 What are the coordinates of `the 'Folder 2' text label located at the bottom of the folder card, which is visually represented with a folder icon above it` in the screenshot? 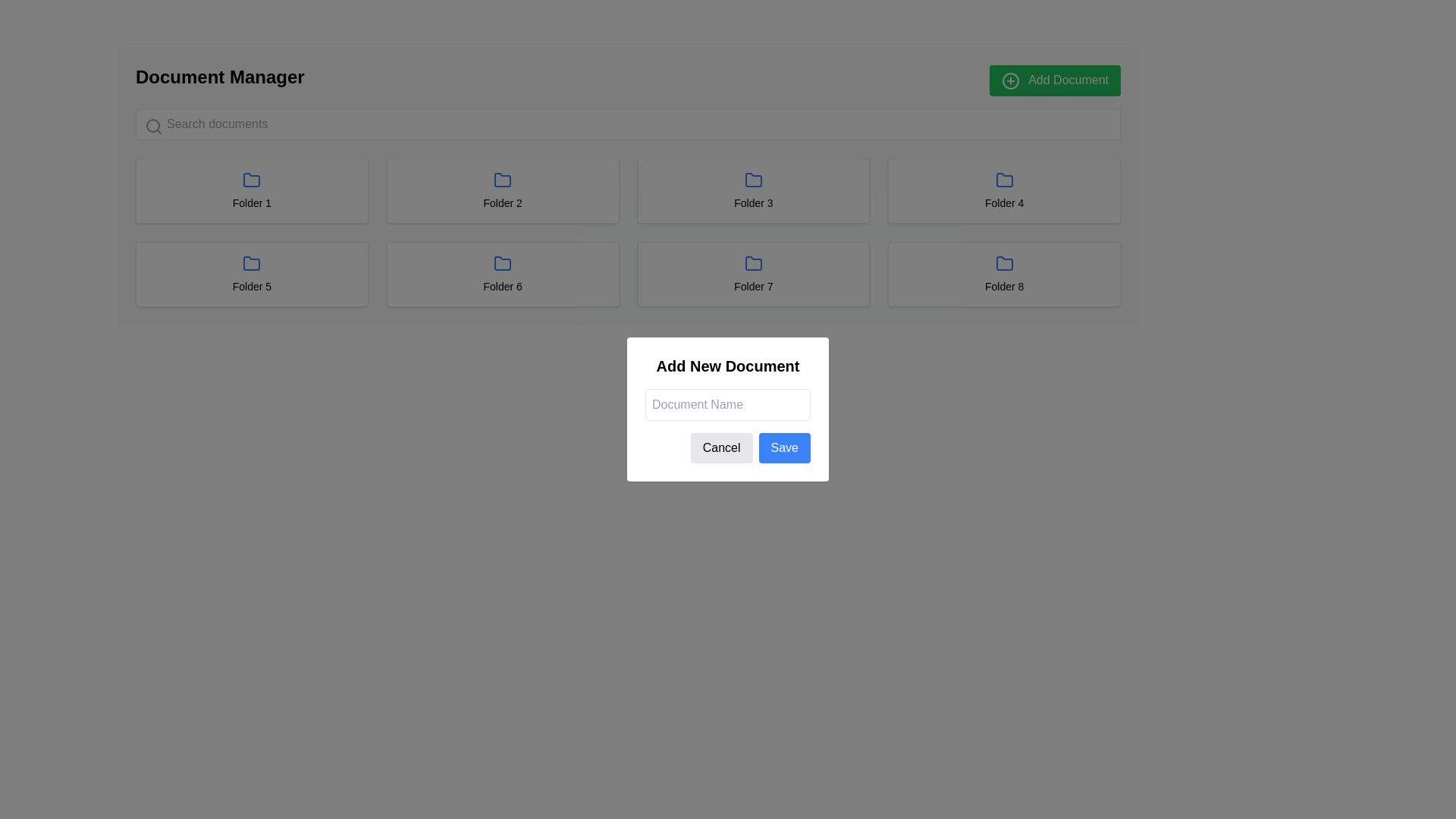 It's located at (503, 202).